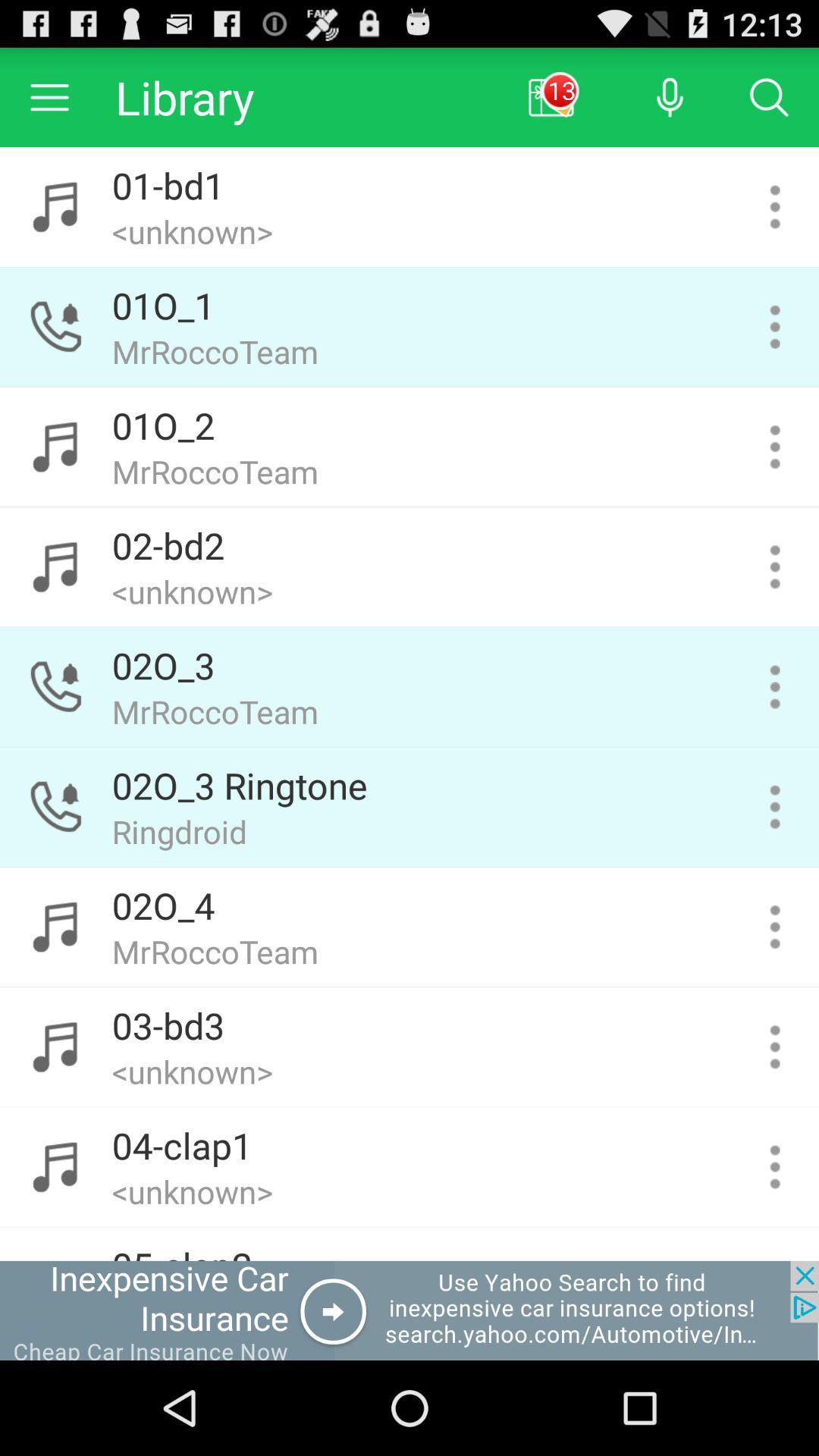 Image resolution: width=819 pixels, height=1456 pixels. What do you see at coordinates (775, 1046) in the screenshot?
I see `open context menu` at bounding box center [775, 1046].